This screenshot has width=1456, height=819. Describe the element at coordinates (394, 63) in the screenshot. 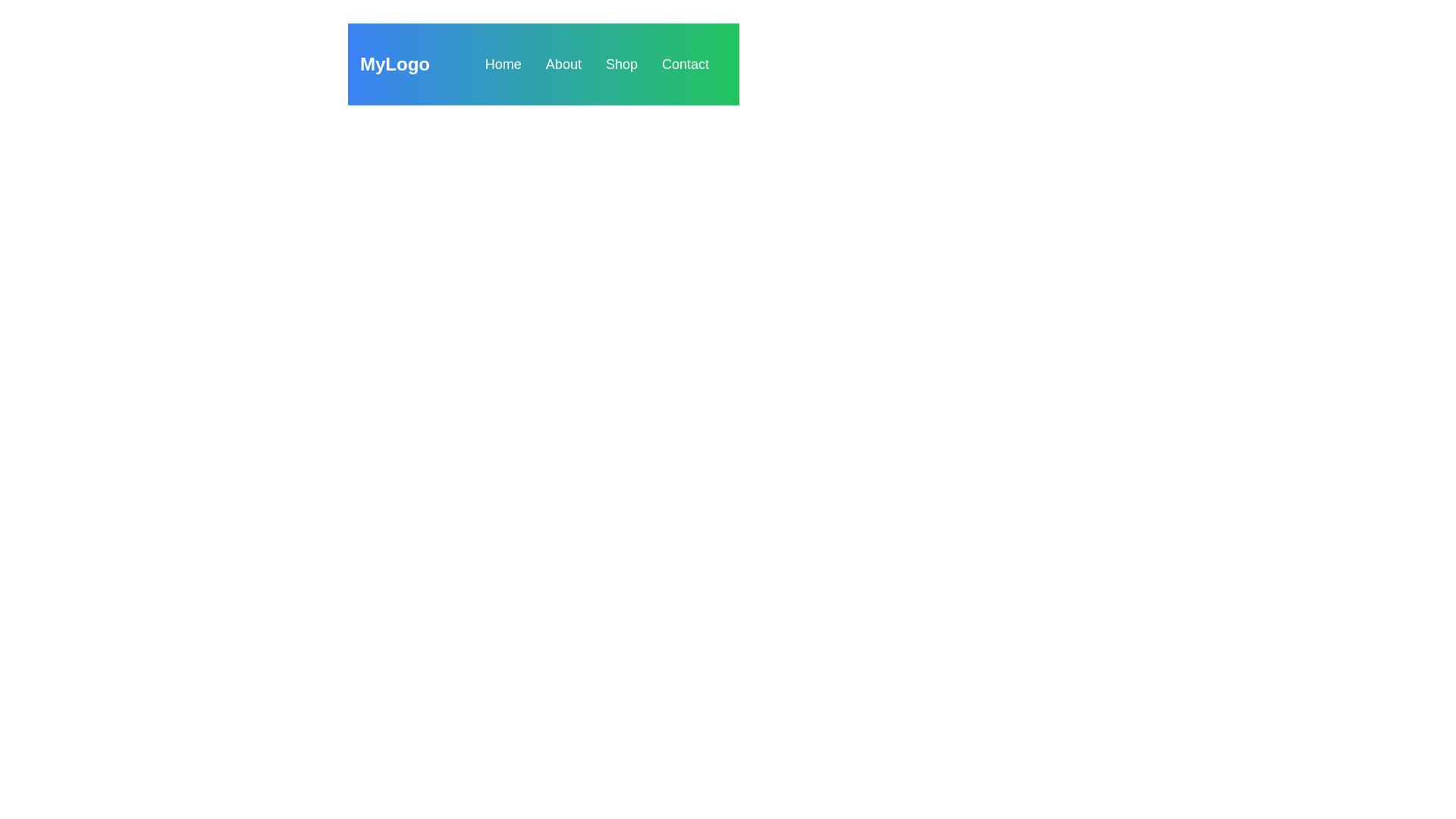

I see `the logo branding representation located at the extreme leftmost side of the navigation bar` at that location.